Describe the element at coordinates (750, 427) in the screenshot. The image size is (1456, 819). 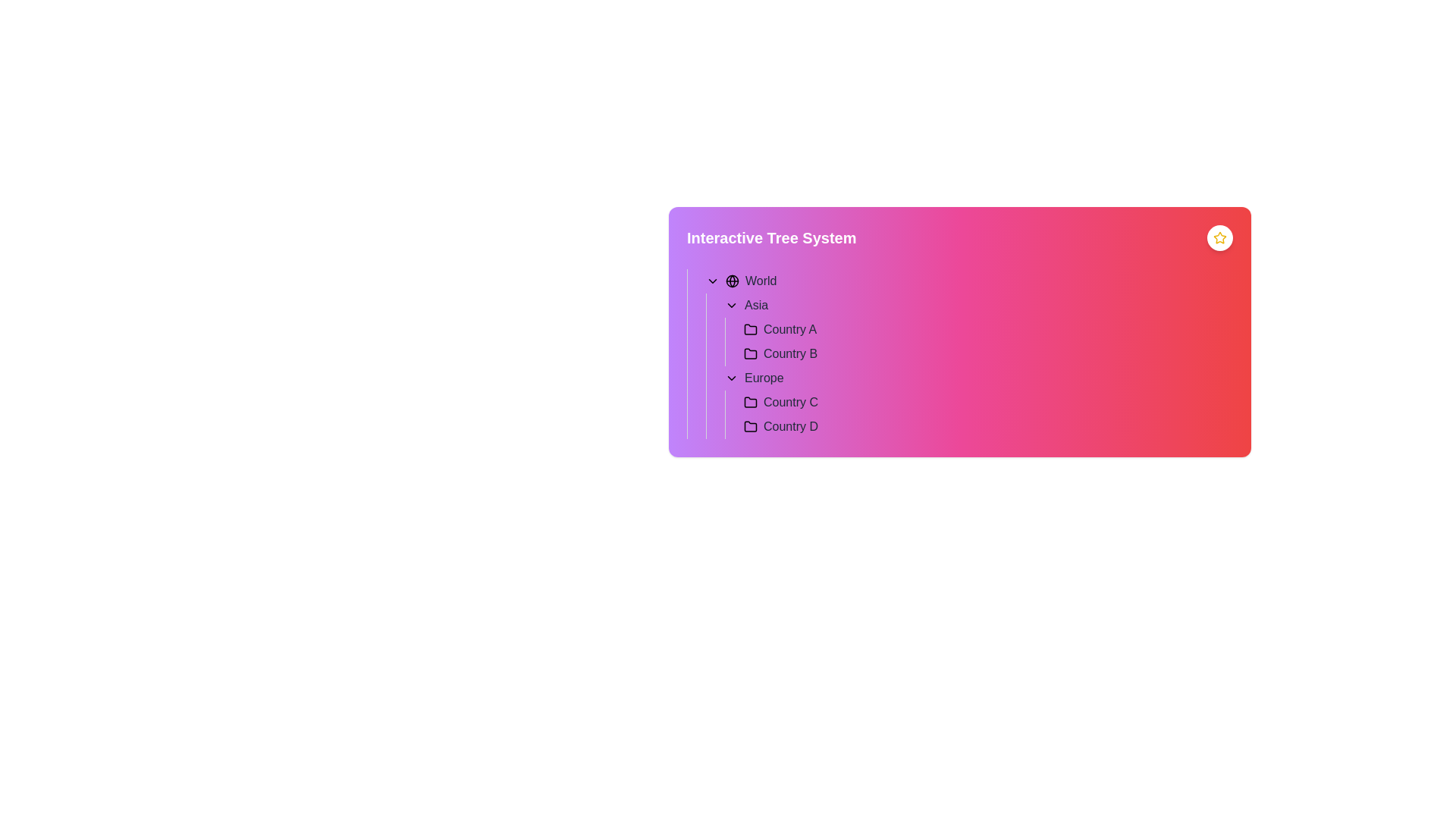
I see `the folder icon representing 'Country D' in the tree structure` at that location.